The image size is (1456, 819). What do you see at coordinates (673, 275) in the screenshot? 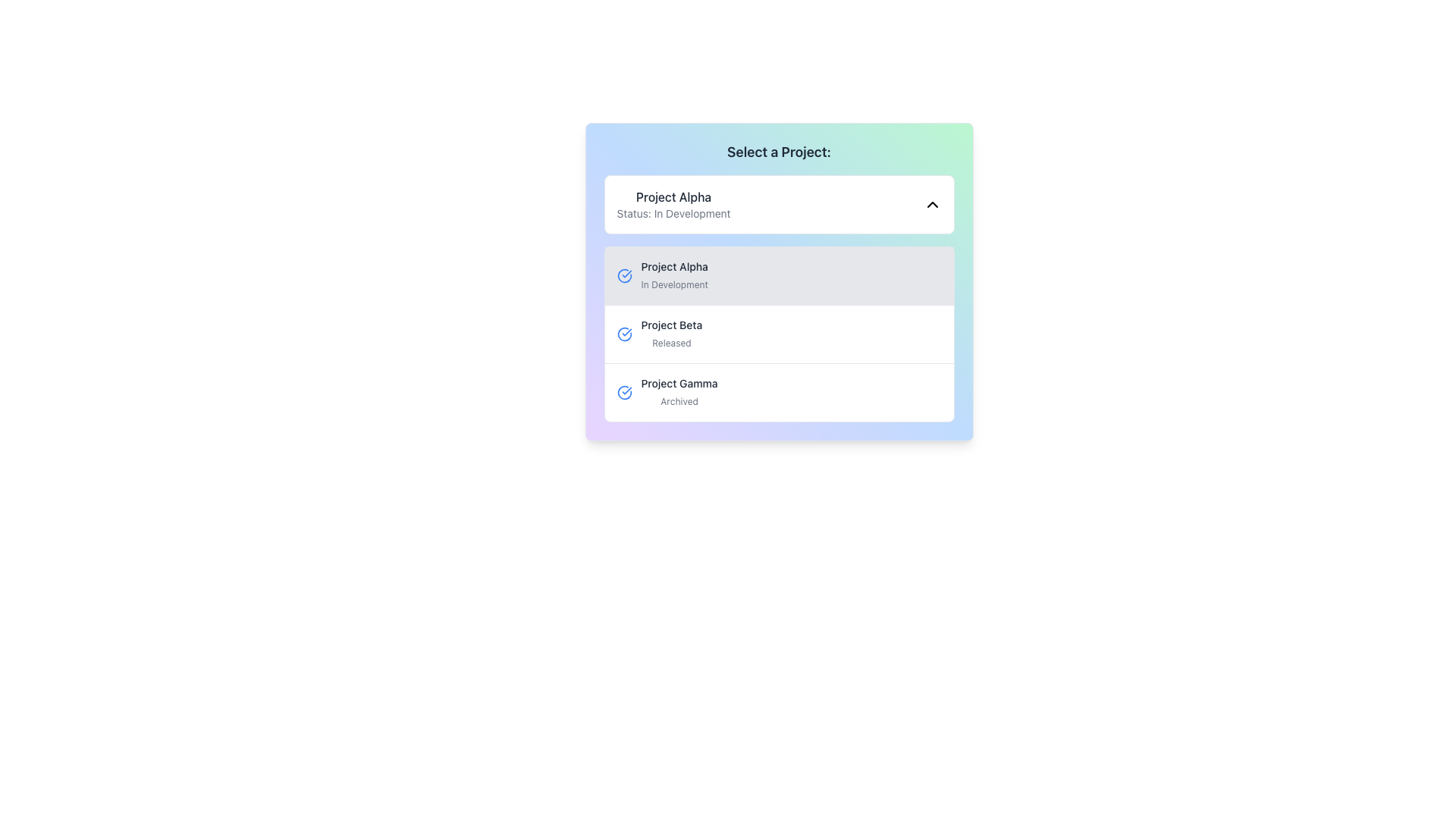
I see `on the text block representing the project "Project Alpha" with status "In Development" in the selection list under the title "Select a Project:"` at bounding box center [673, 275].